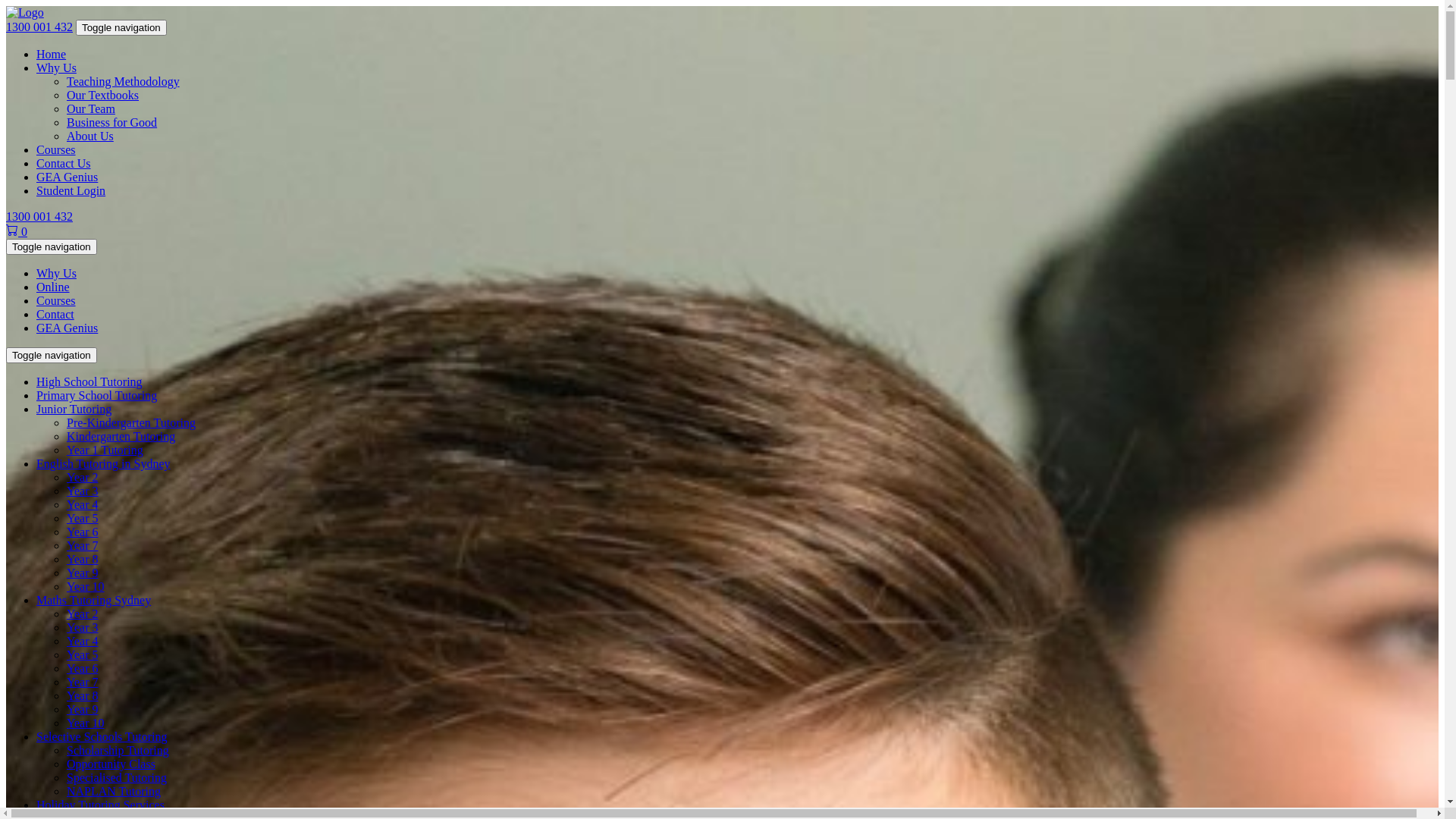  I want to click on 'Year 2', so click(81, 613).